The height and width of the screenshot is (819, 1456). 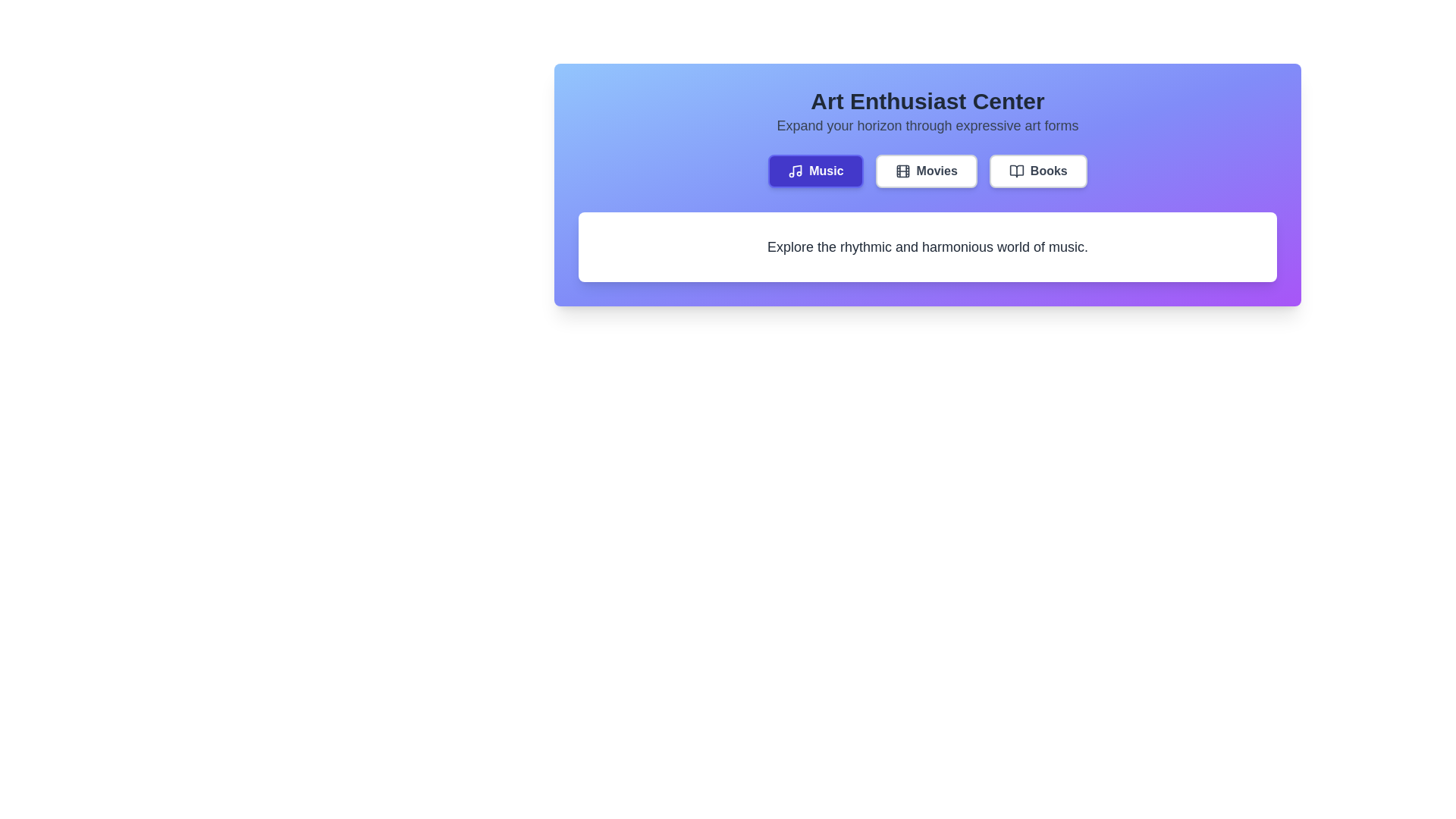 I want to click on the tab labeled Books to select it, so click(x=1037, y=171).